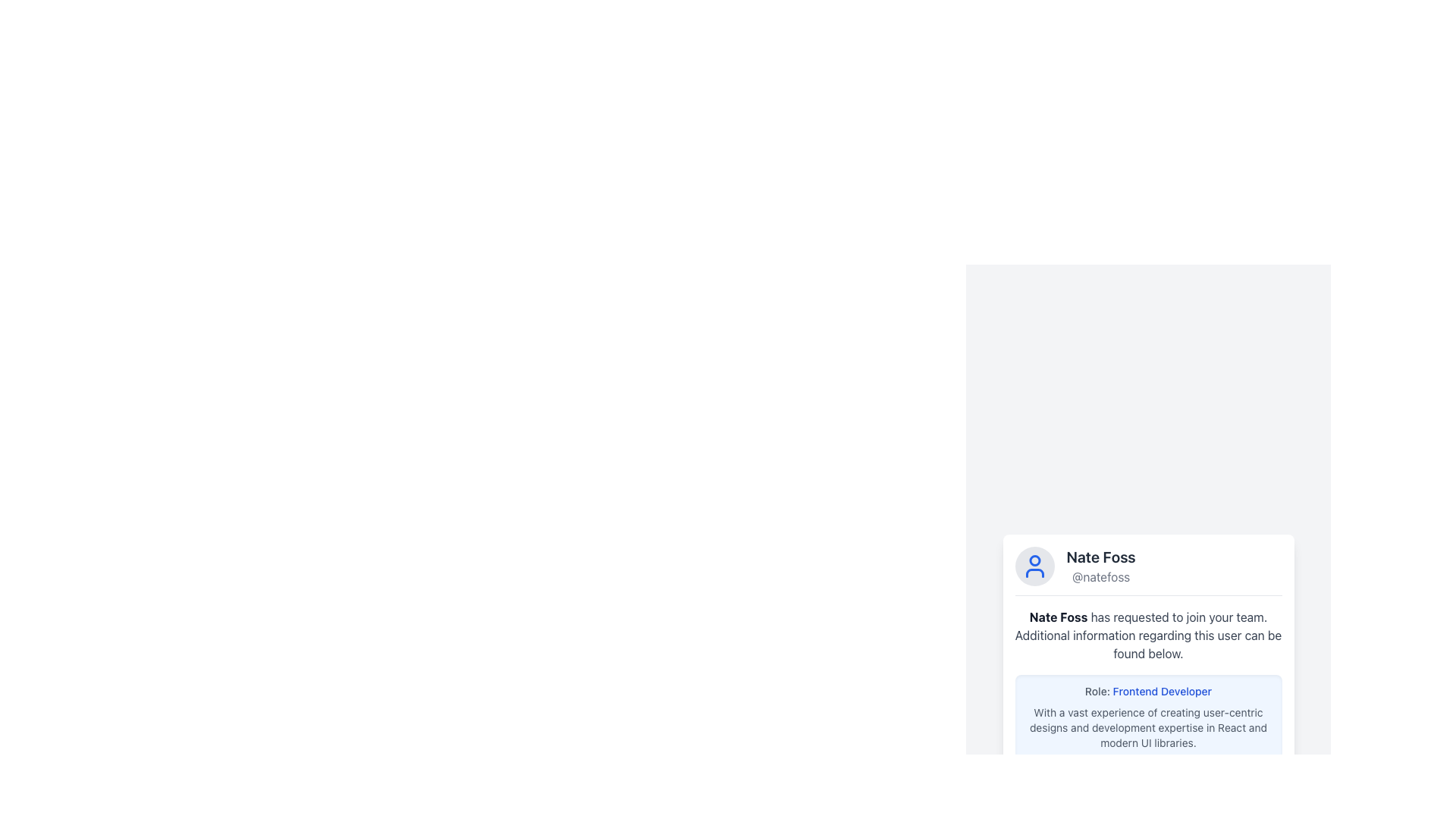 The height and width of the screenshot is (819, 1456). I want to click on the textual paragraph styled with a small font size and gray color, located within a light blue background box, positioned below the 'Role: Frontend Developer' text, so click(1148, 726).